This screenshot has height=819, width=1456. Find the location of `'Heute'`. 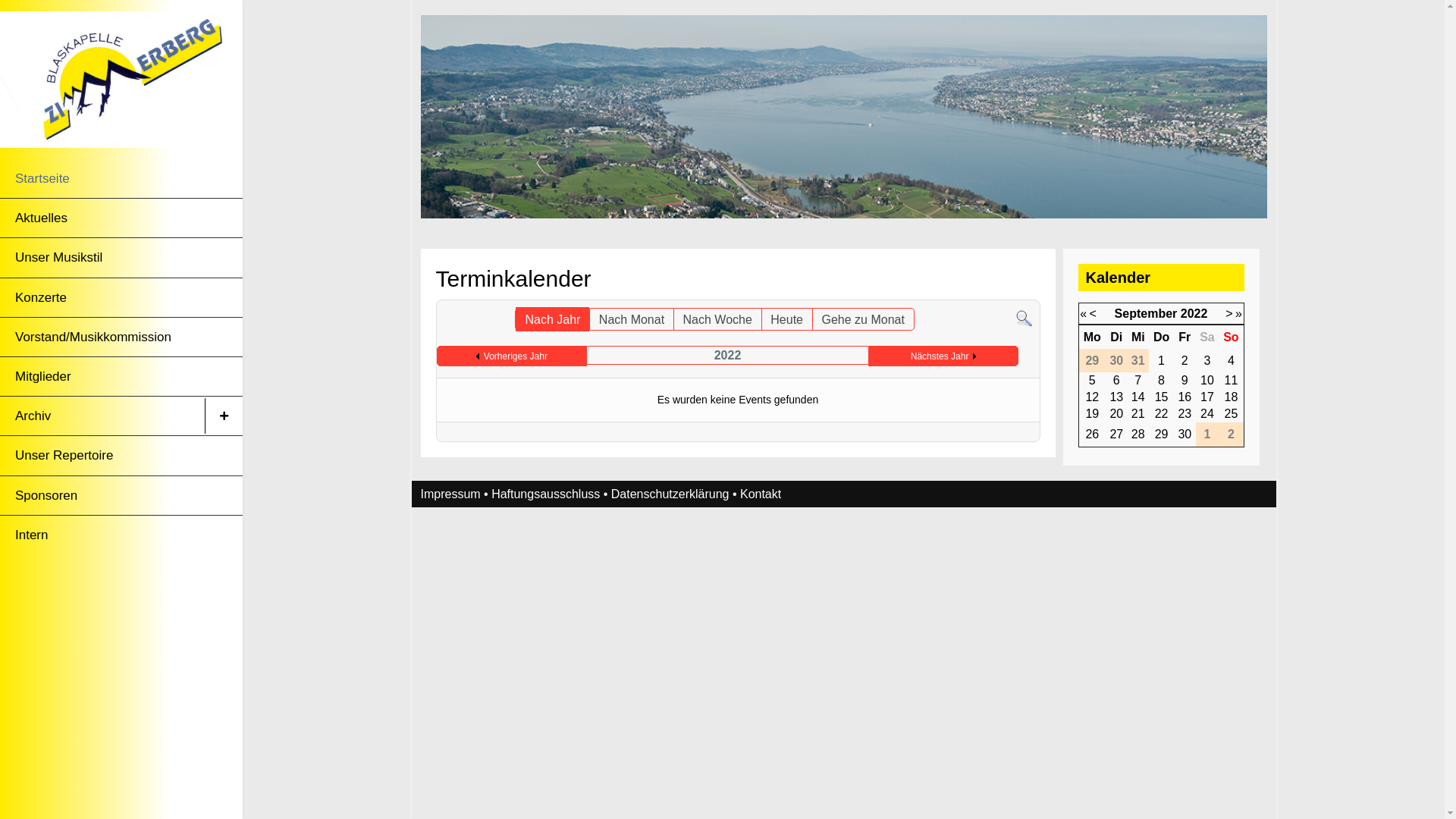

'Heute' is located at coordinates (761, 318).